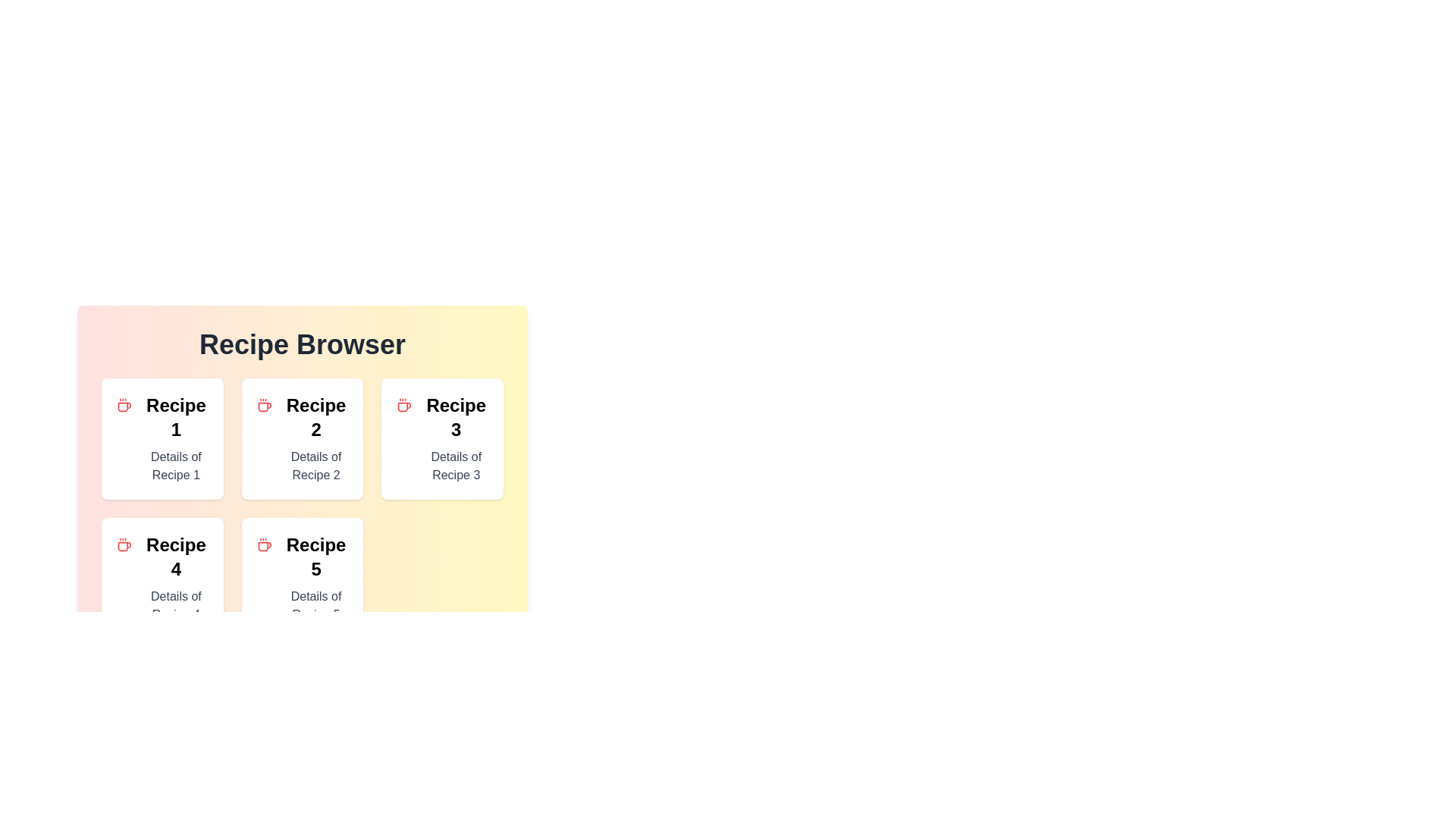  I want to click on text element titled 'Recipe 5' which displays the title in bold and the description in gray, located in the center column of the lower row in the grid layout, so click(315, 579).